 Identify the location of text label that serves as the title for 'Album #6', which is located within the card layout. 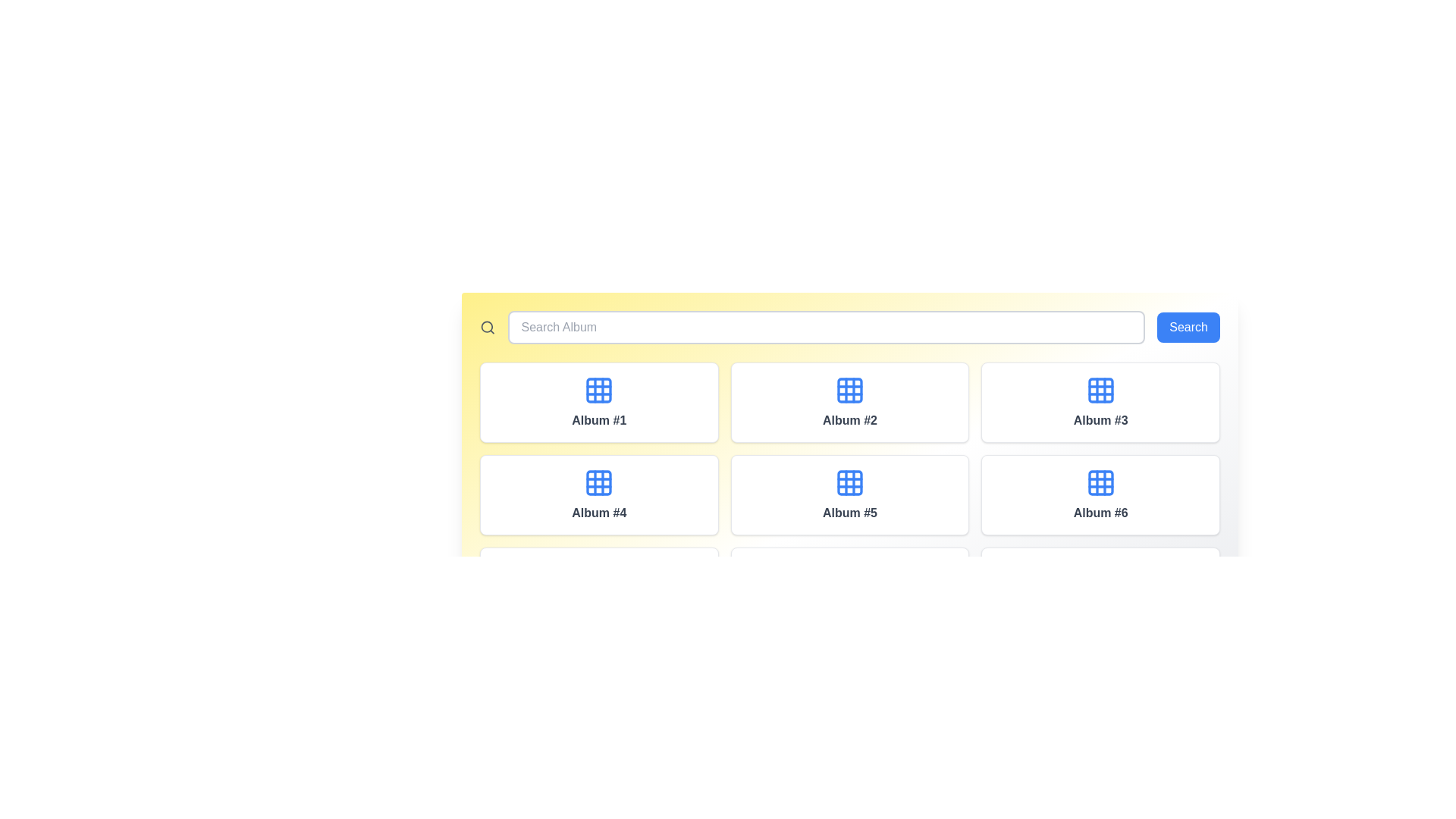
(1100, 513).